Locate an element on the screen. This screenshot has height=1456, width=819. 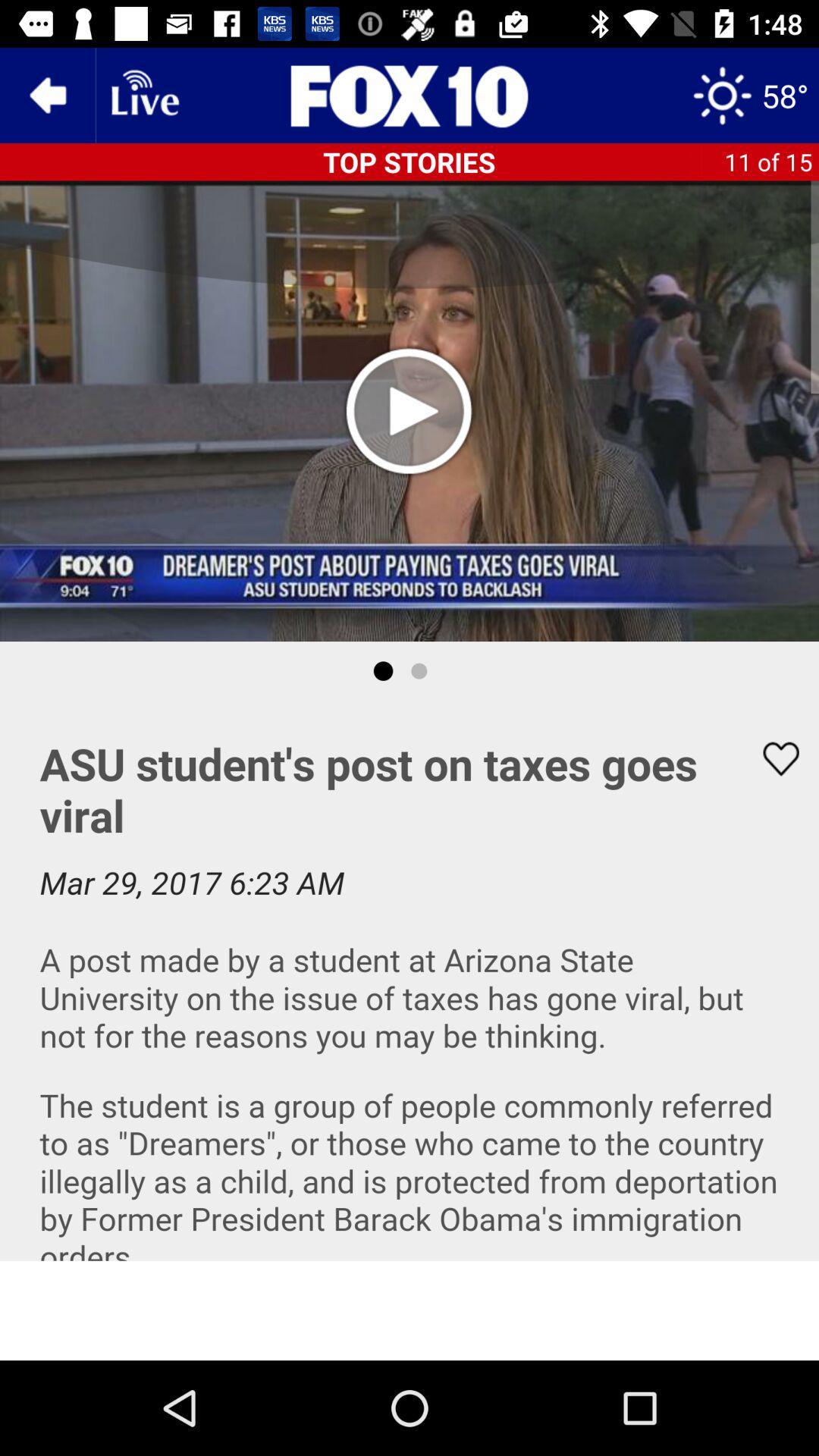
live option is located at coordinates (143, 94).